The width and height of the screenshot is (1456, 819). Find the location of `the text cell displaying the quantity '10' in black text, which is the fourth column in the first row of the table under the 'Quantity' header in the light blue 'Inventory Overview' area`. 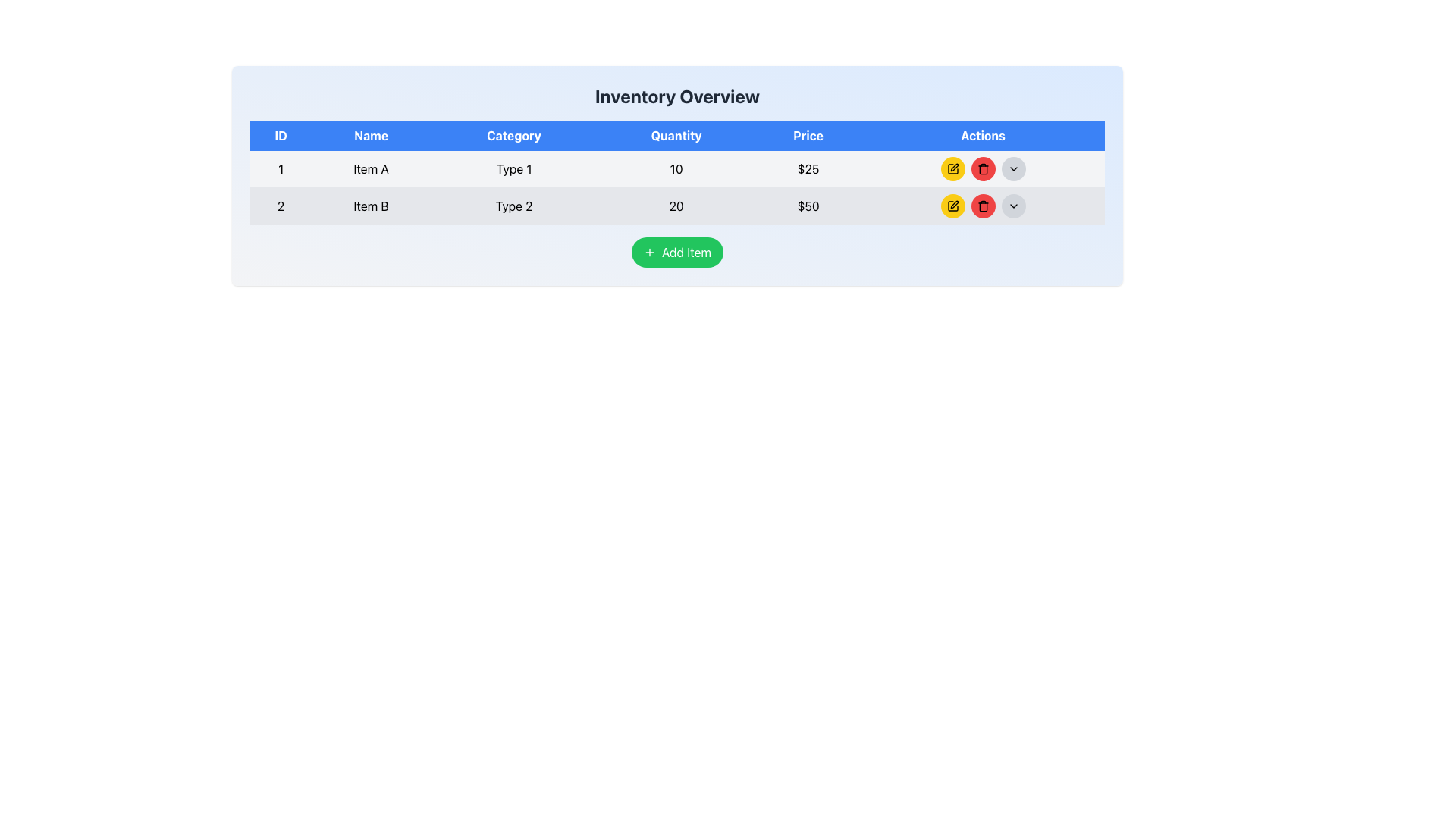

the text cell displaying the quantity '10' in black text, which is the fourth column in the first row of the table under the 'Quantity' header in the light blue 'Inventory Overview' area is located at coordinates (676, 169).